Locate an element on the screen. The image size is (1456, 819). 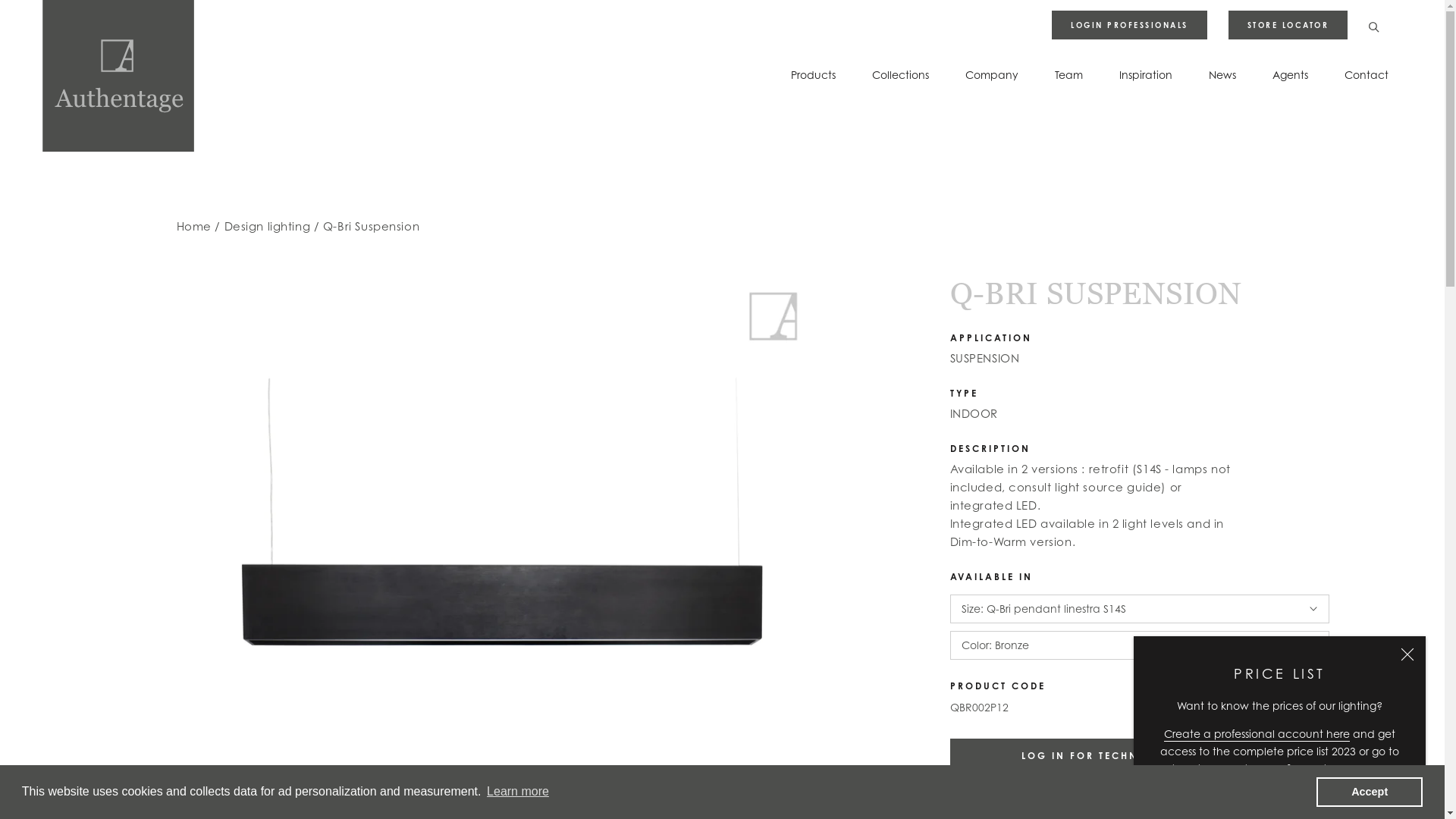
'Accept' is located at coordinates (1369, 791).